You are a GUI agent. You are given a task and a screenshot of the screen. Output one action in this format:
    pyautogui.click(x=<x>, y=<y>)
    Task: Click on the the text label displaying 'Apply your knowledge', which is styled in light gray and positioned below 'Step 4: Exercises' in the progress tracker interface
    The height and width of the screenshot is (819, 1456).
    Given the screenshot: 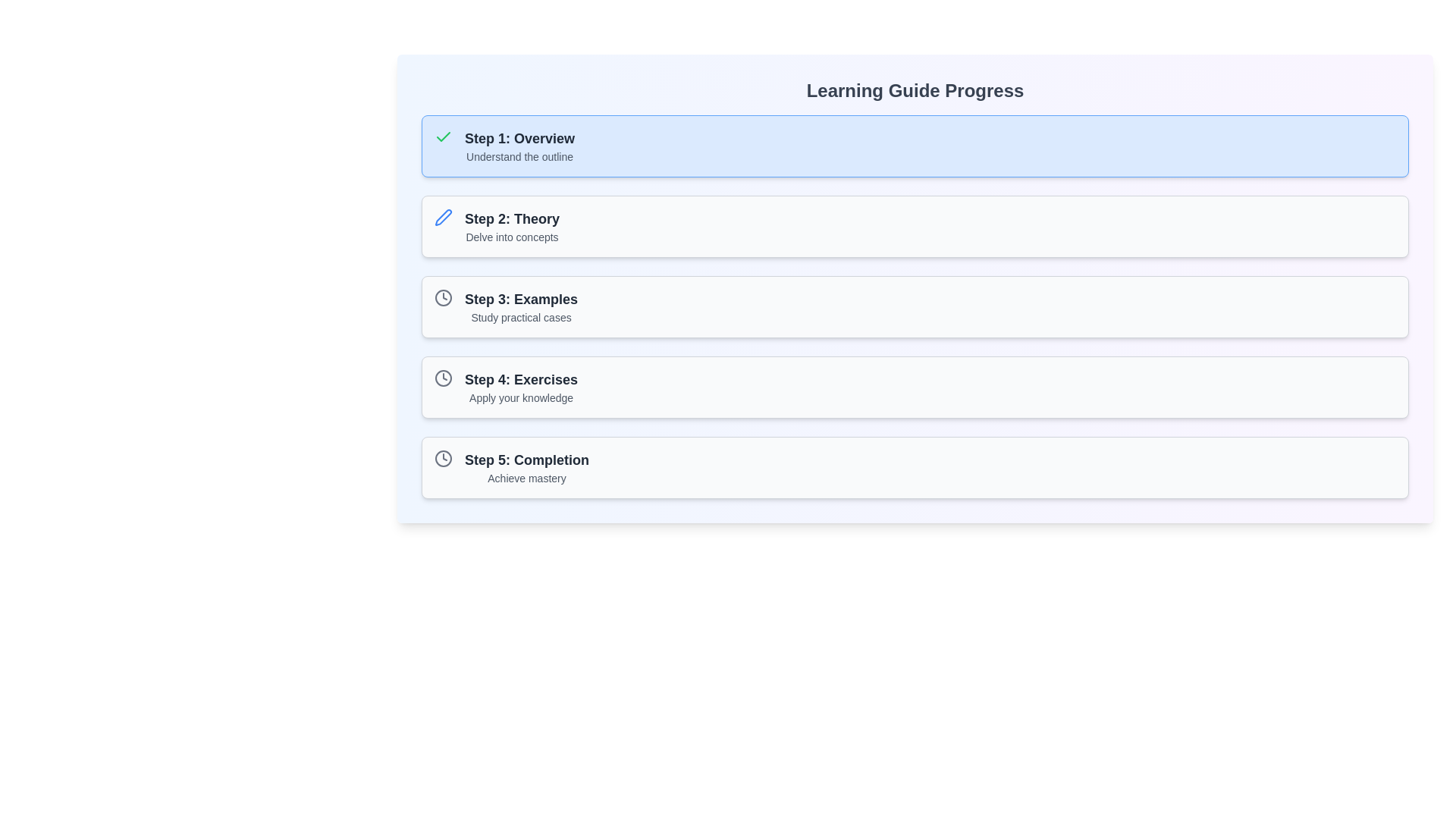 What is the action you would take?
    pyautogui.click(x=521, y=397)
    